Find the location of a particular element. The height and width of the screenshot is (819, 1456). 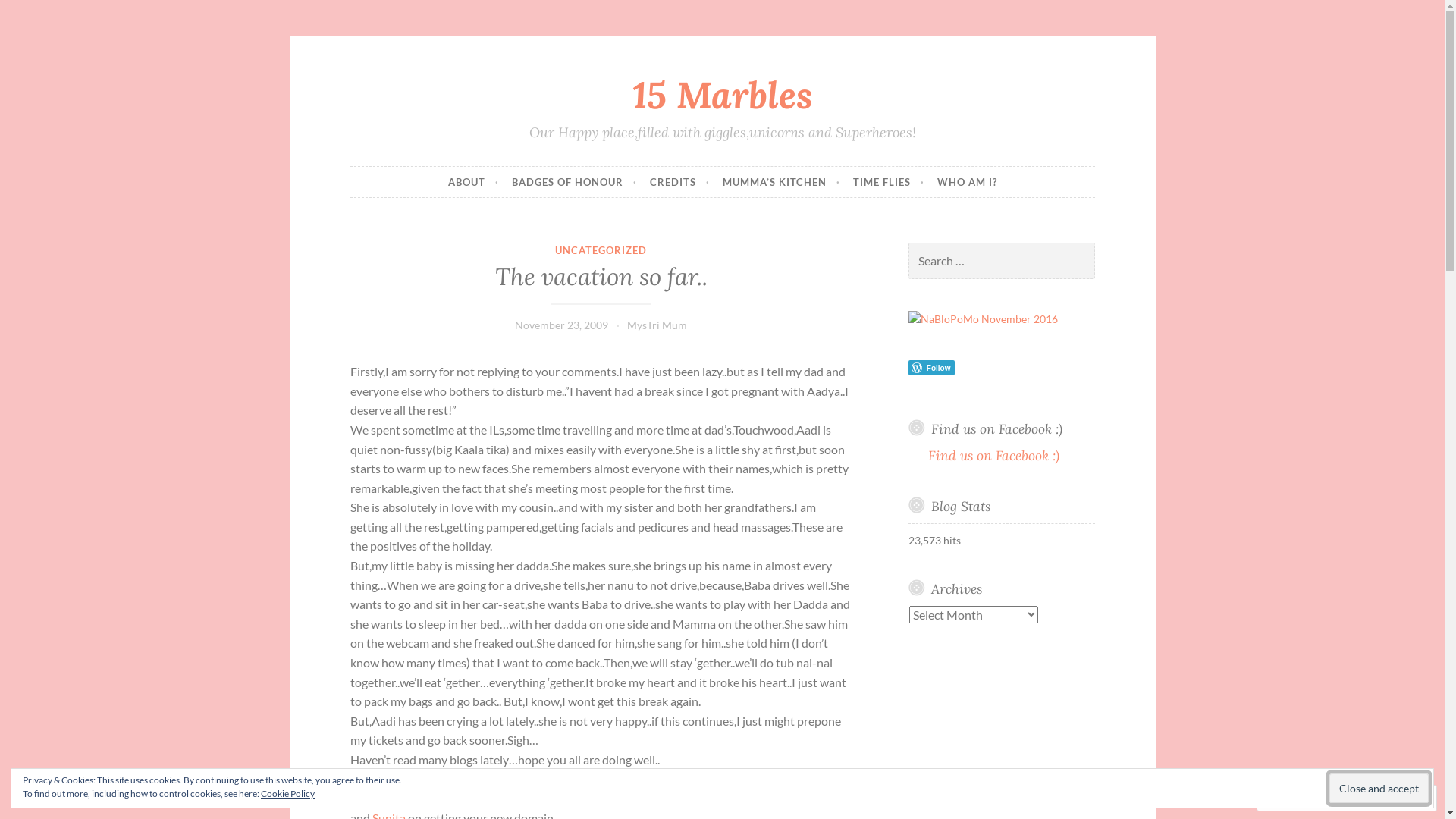

'15 Marbles' is located at coordinates (722, 94).